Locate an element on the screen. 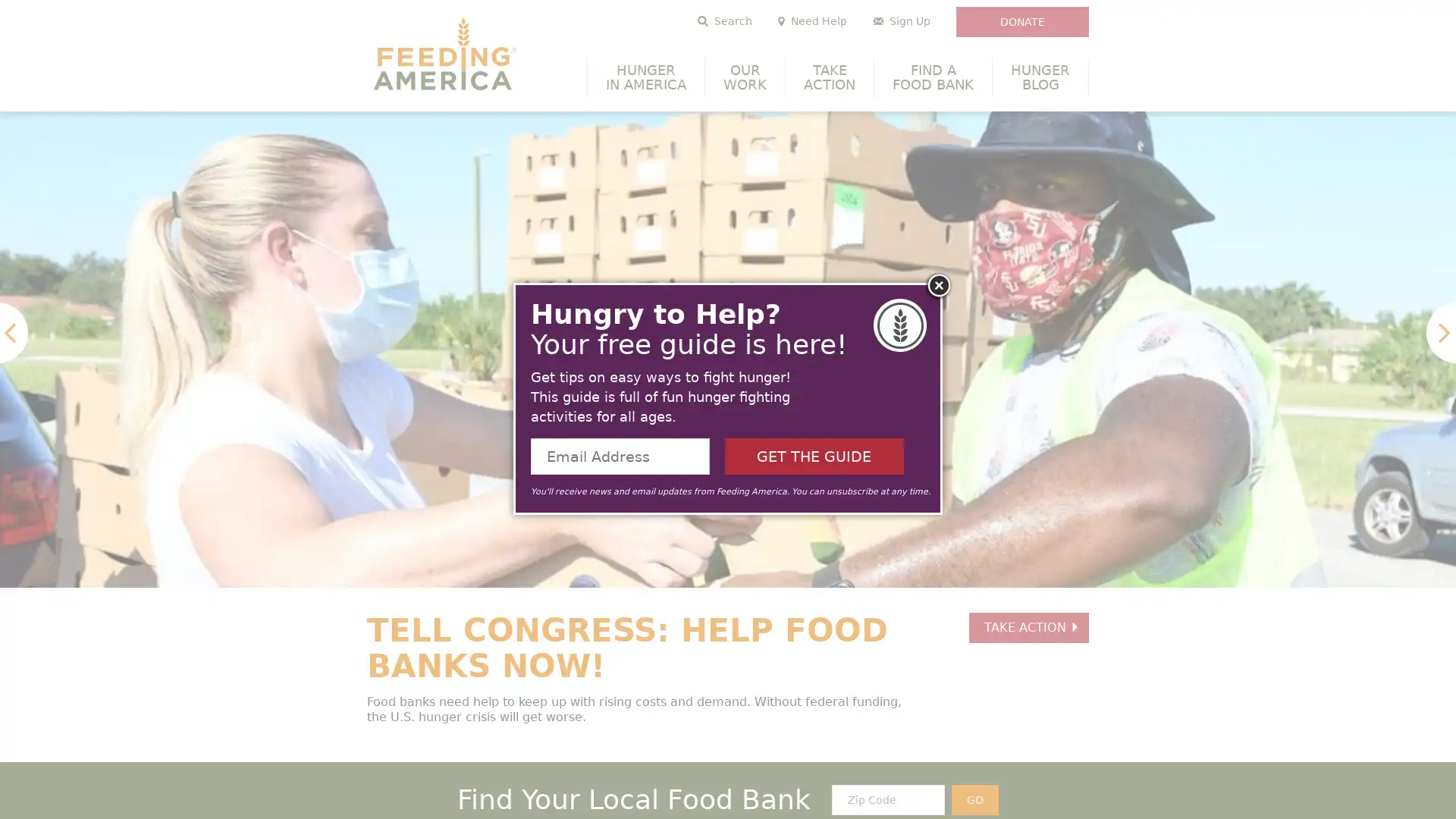 This screenshot has height=819, width=1456. Close is located at coordinates (938, 287).